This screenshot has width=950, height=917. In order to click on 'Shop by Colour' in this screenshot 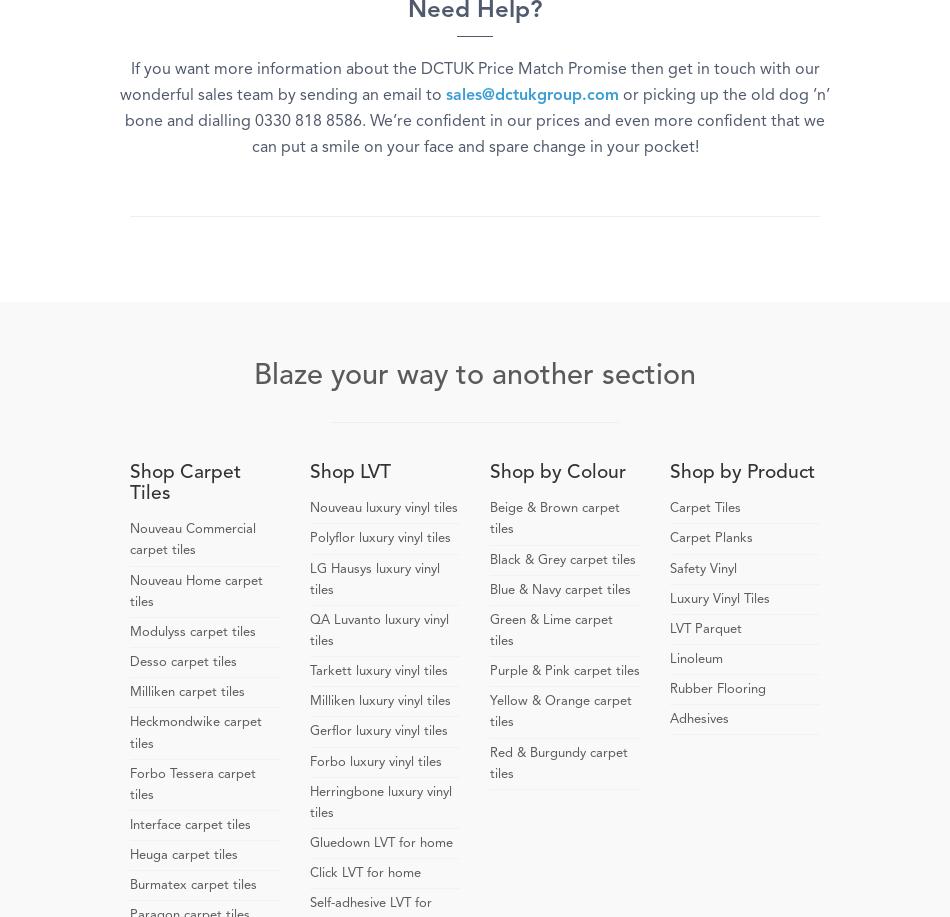, I will do `click(558, 471)`.